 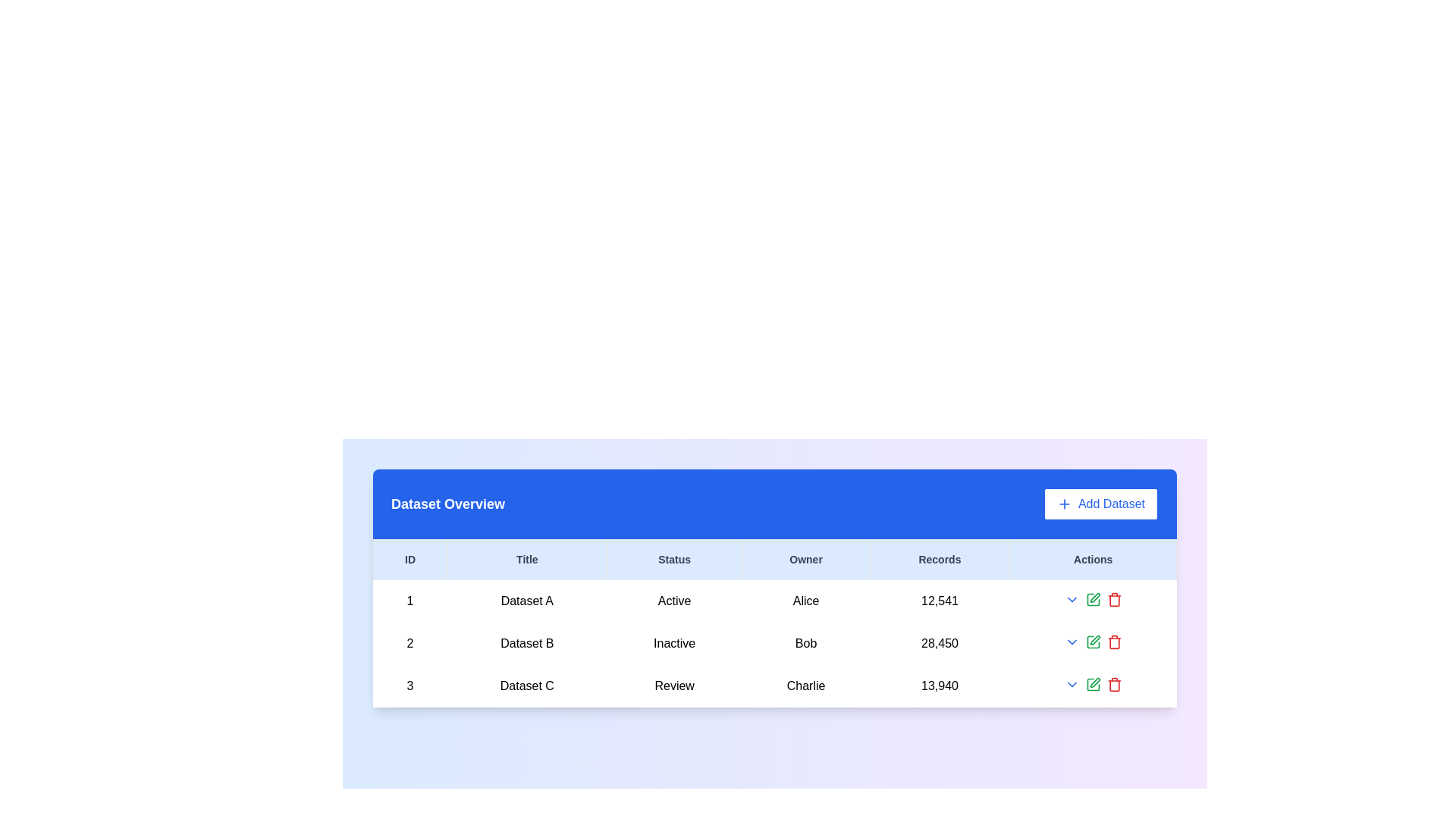 I want to click on the Dropdown trigger icon, which is a blue chevron indicating a downward direction, so click(x=1071, y=684).